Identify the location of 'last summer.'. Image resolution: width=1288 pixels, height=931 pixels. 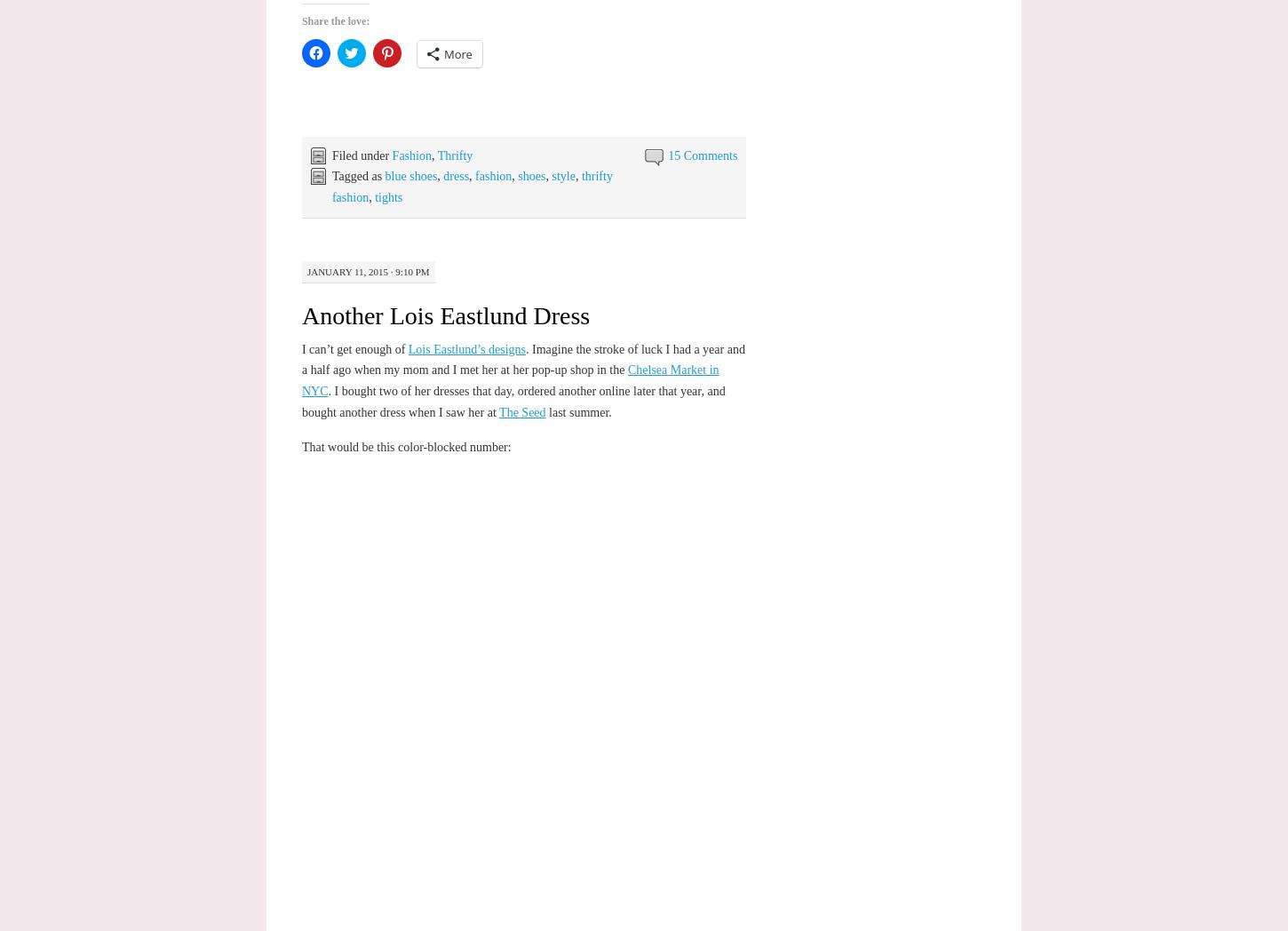
(577, 410).